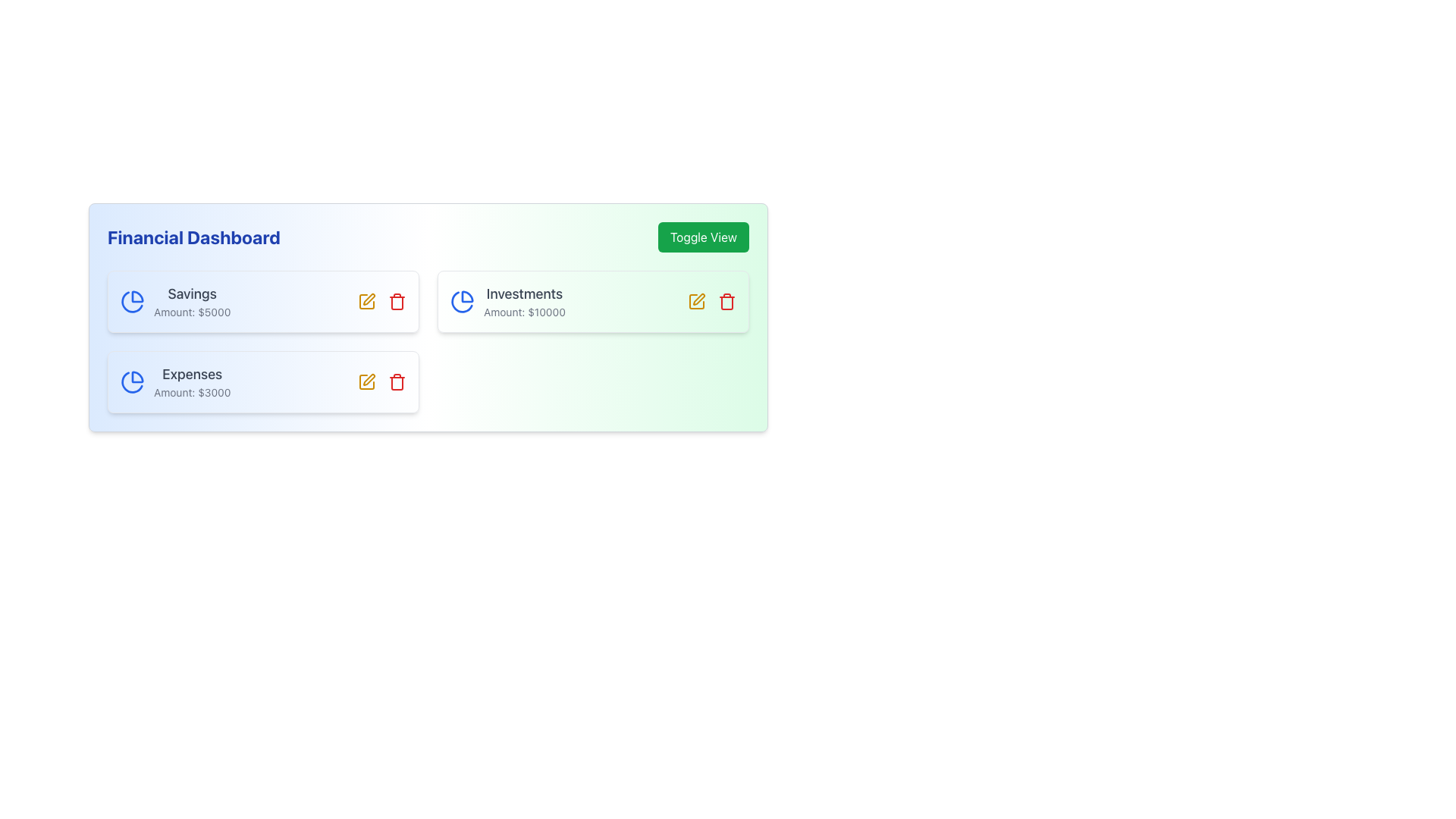 The width and height of the screenshot is (1456, 819). Describe the element at coordinates (466, 297) in the screenshot. I see `the pie chart segment icon within the Investments card located in the upper-right section of the interface` at that location.